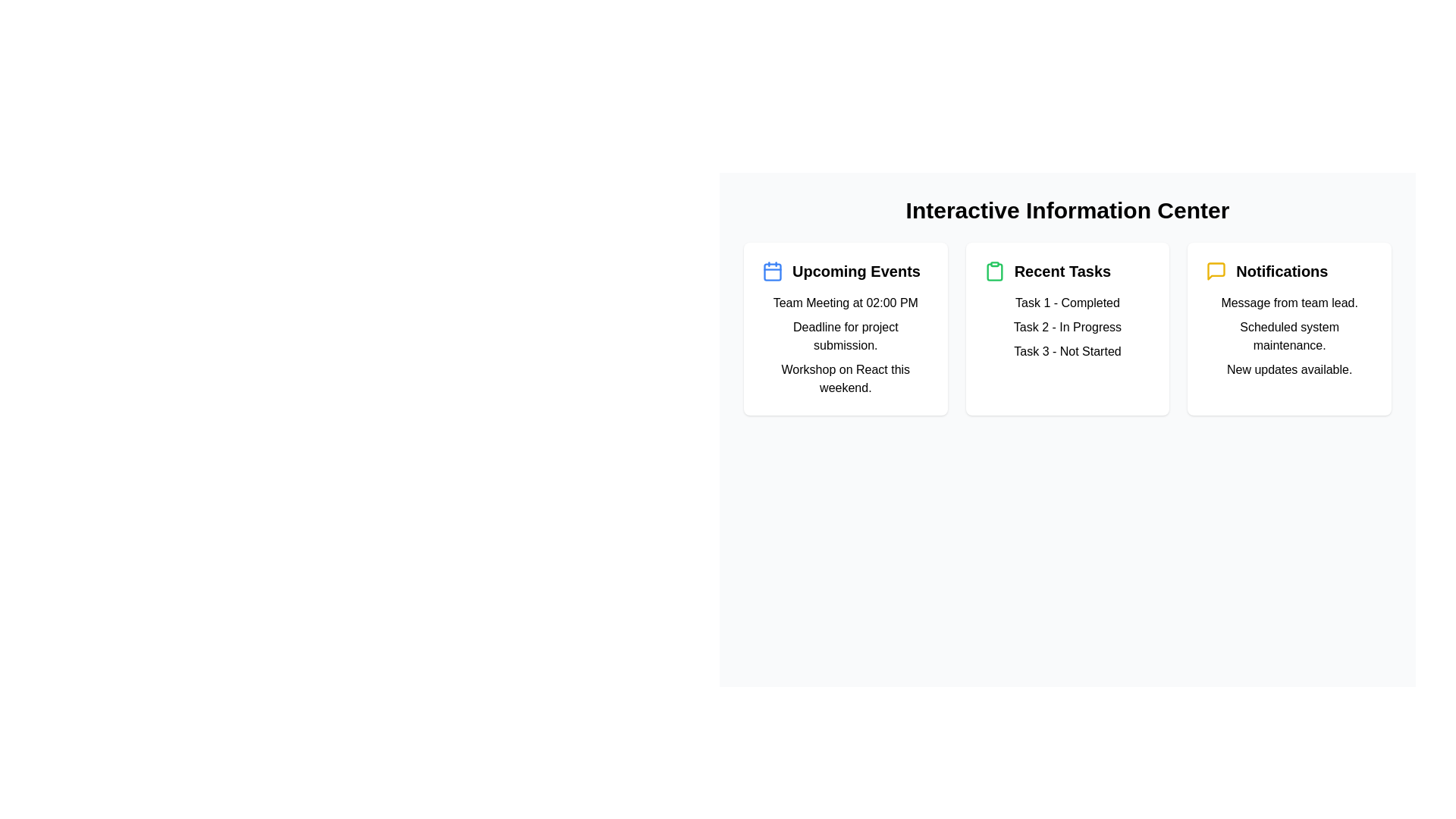 Image resolution: width=1456 pixels, height=819 pixels. Describe the element at coordinates (1062, 271) in the screenshot. I see `text label displaying 'Recent Tasks', which is a prominent bold label located centrally within a card layout, following a clipboard icon` at that location.